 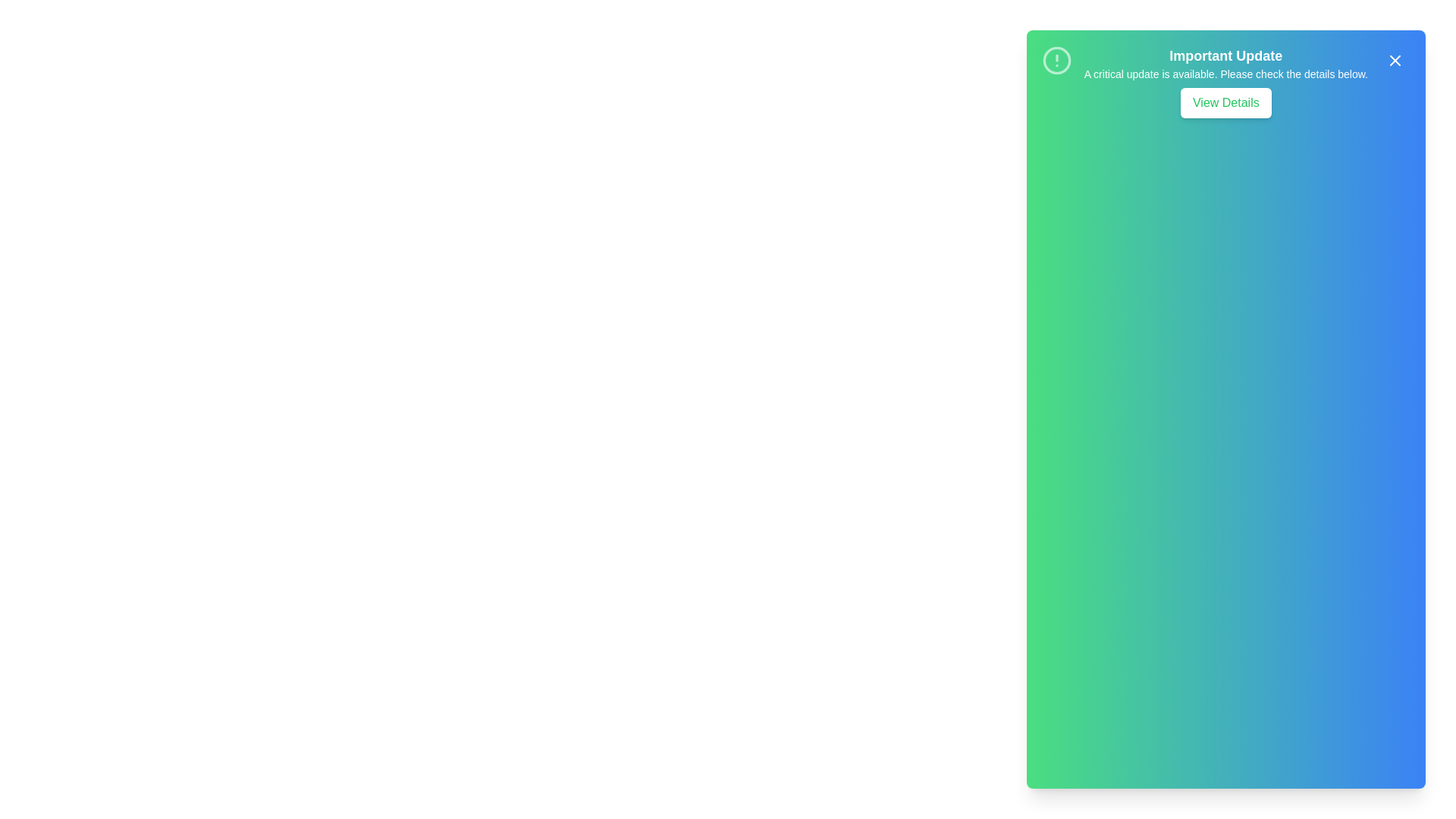 I want to click on the 'View Details' button to proceed, so click(x=1225, y=102).